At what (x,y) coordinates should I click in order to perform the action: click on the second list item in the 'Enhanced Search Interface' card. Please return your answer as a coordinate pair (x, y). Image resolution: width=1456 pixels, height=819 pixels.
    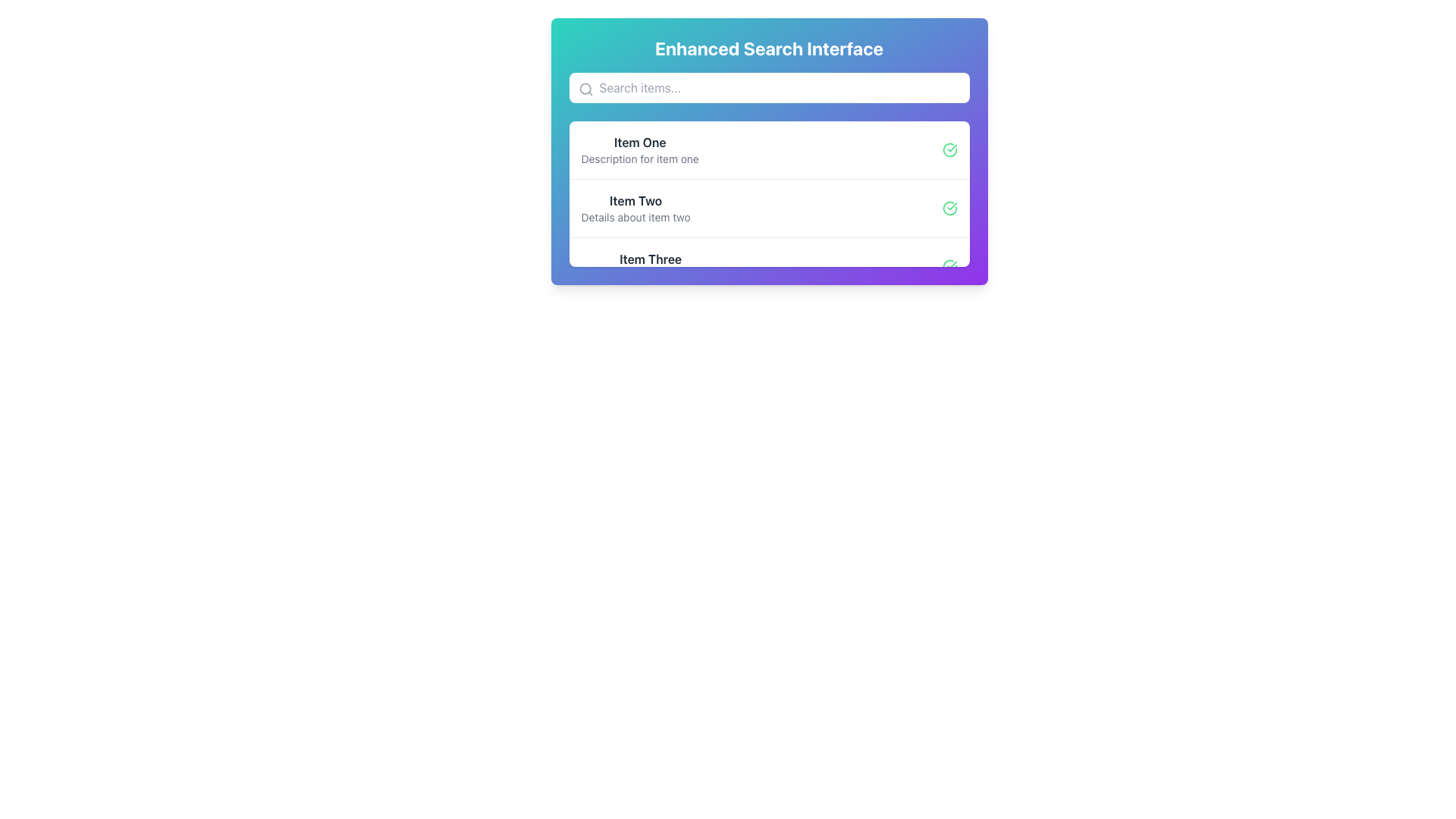
    Looking at the image, I should click on (769, 193).